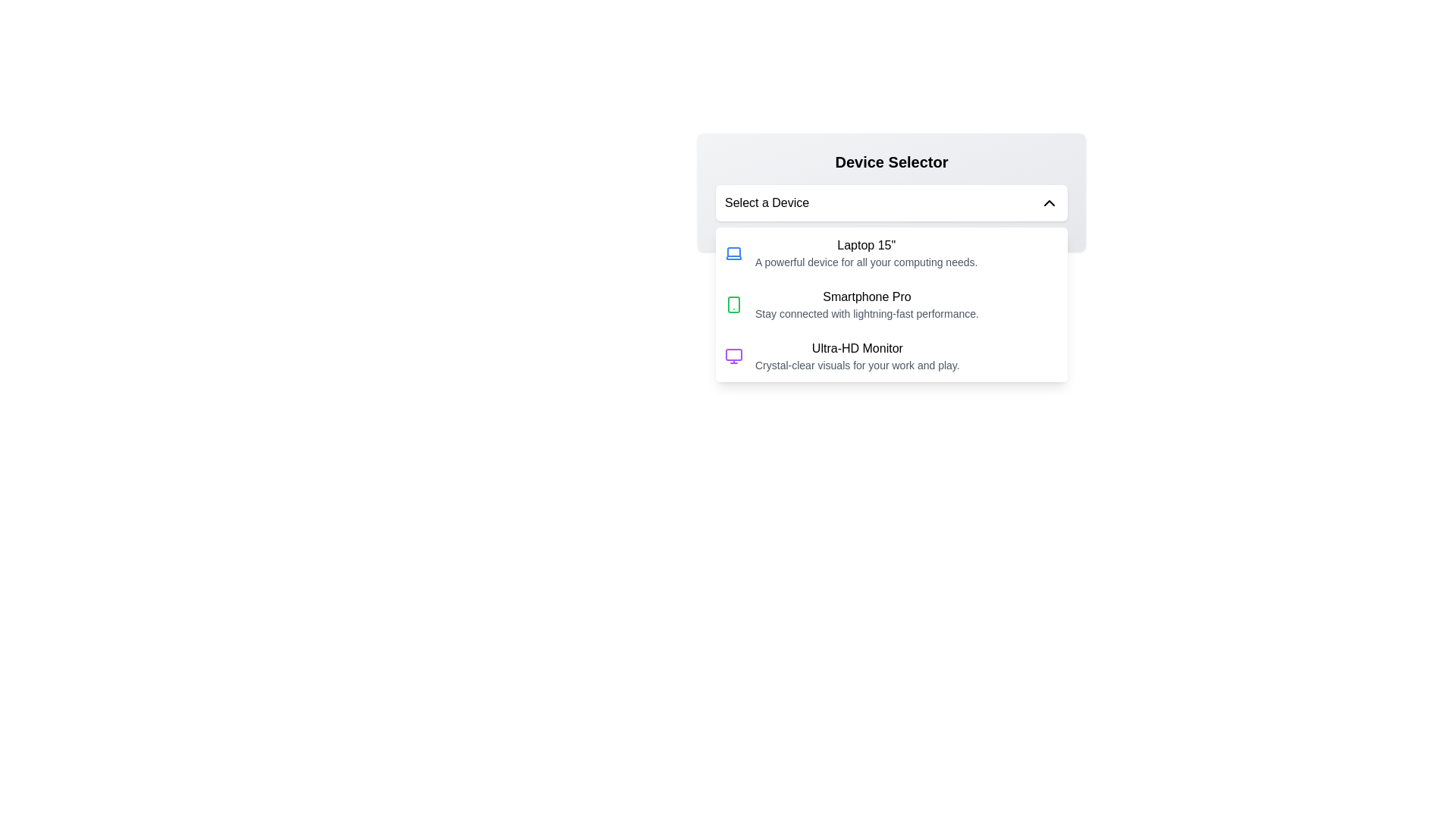 The height and width of the screenshot is (819, 1456). Describe the element at coordinates (892, 304) in the screenshot. I see `to select the second item in the dropdown menu, which features a green smartphone icon and the title 'Smartphone Pro'` at that location.